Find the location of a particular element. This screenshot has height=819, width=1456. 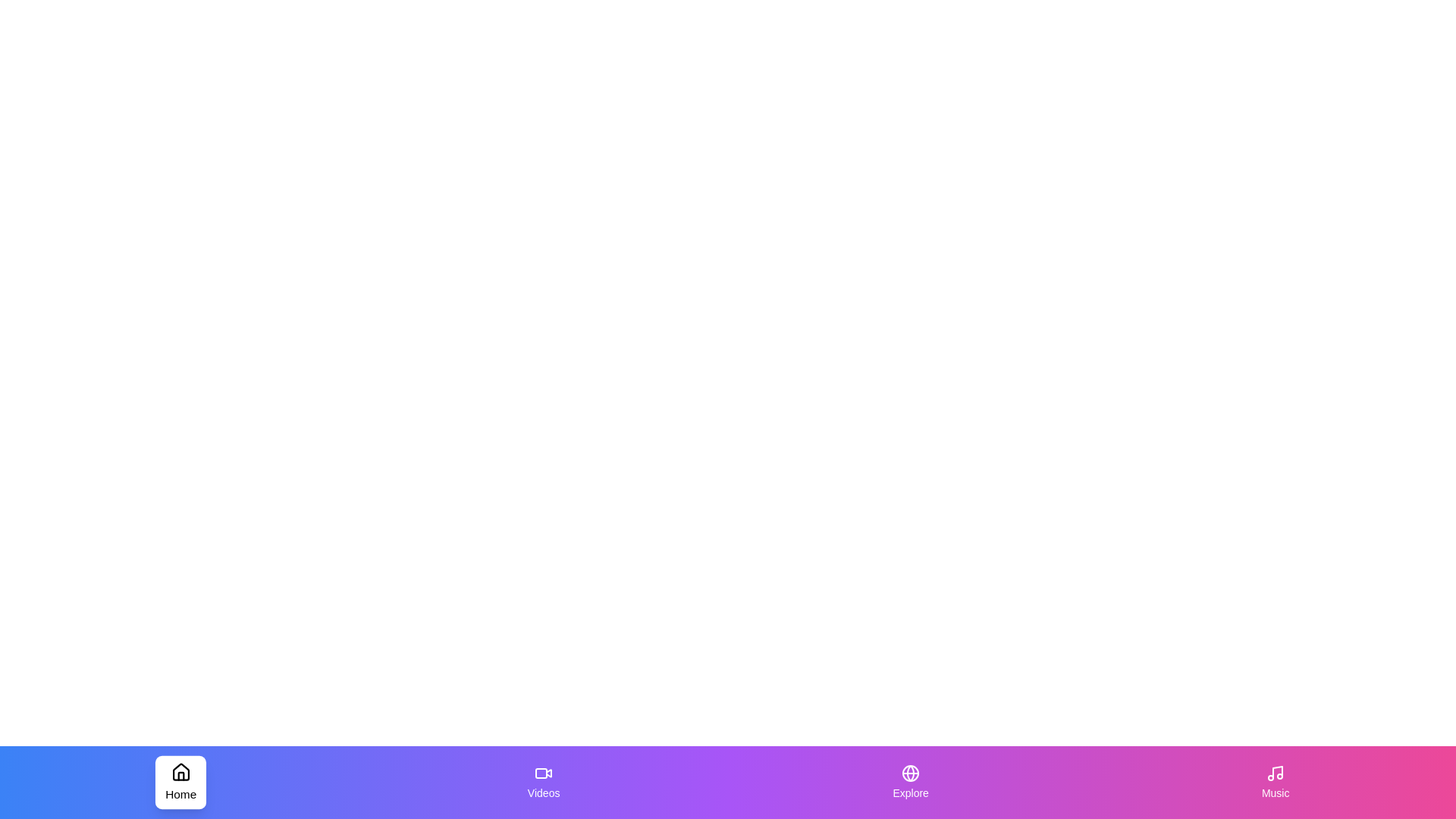

the Explore tab by clicking on its icon or label is located at coordinates (910, 783).